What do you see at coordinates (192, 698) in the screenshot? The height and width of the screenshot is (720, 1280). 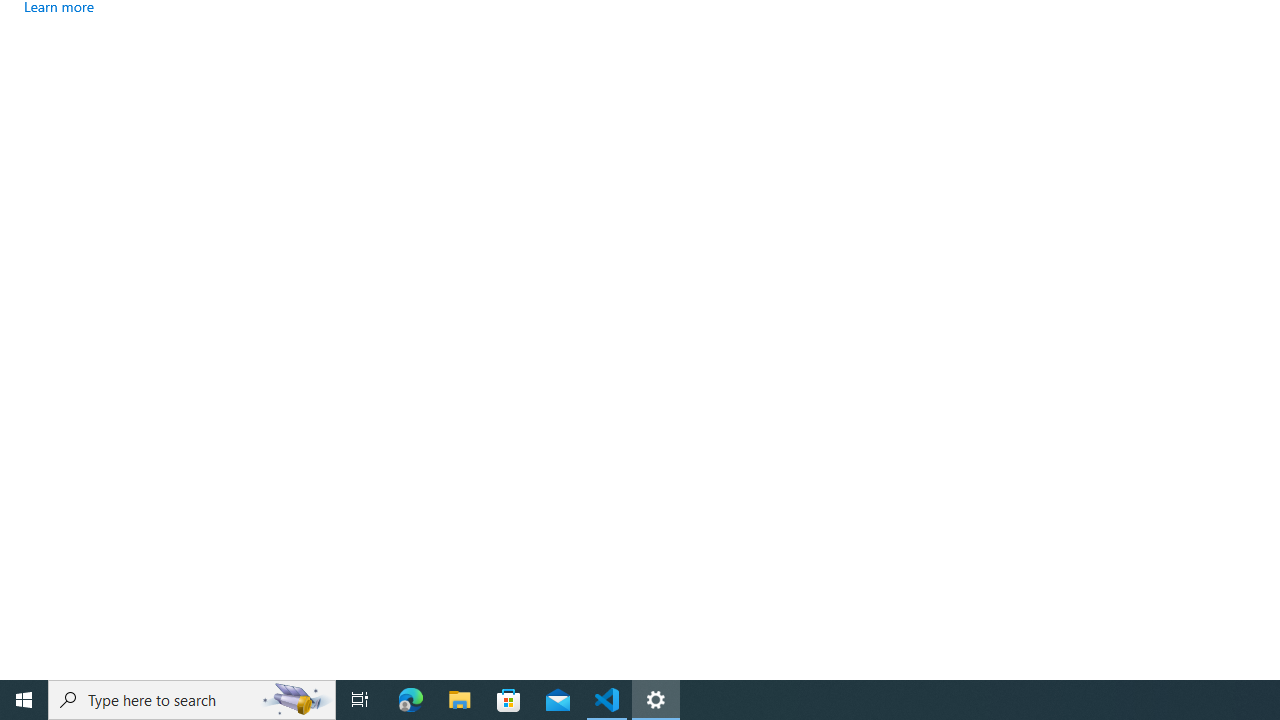 I see `'Type here to search'` at bounding box center [192, 698].